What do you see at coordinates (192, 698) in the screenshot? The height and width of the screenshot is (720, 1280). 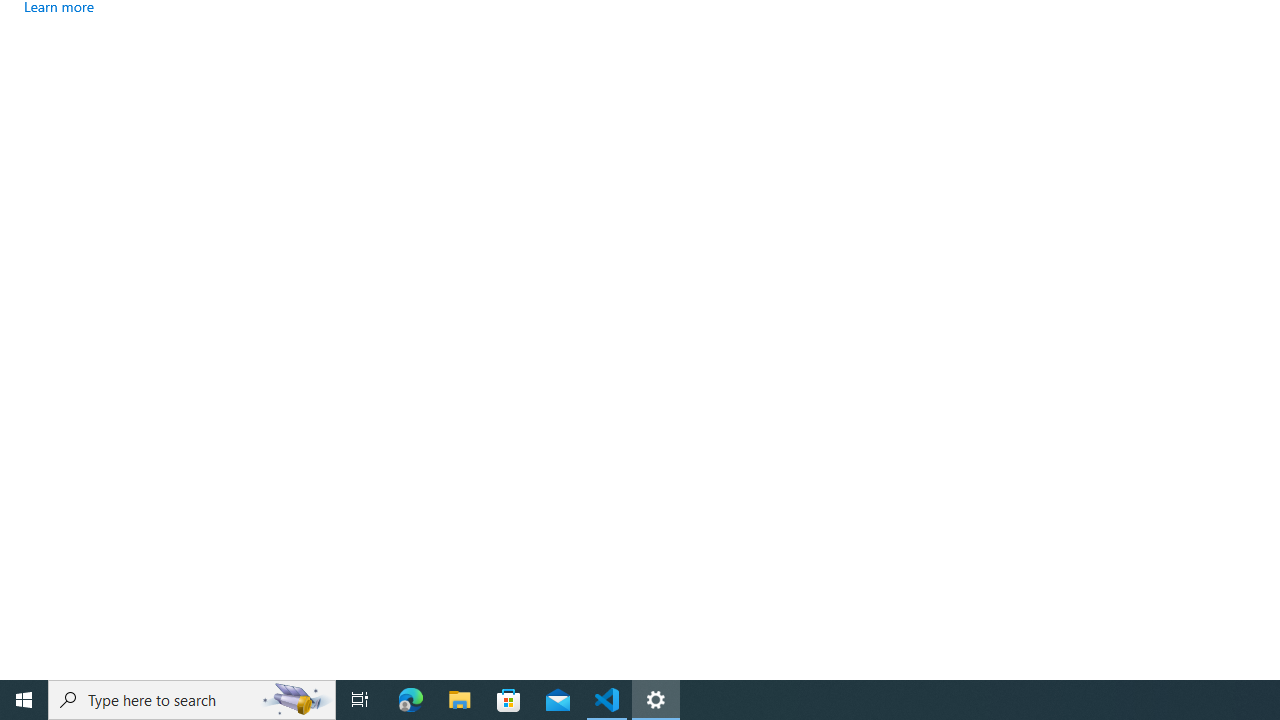 I see `'Type here to search'` at bounding box center [192, 698].